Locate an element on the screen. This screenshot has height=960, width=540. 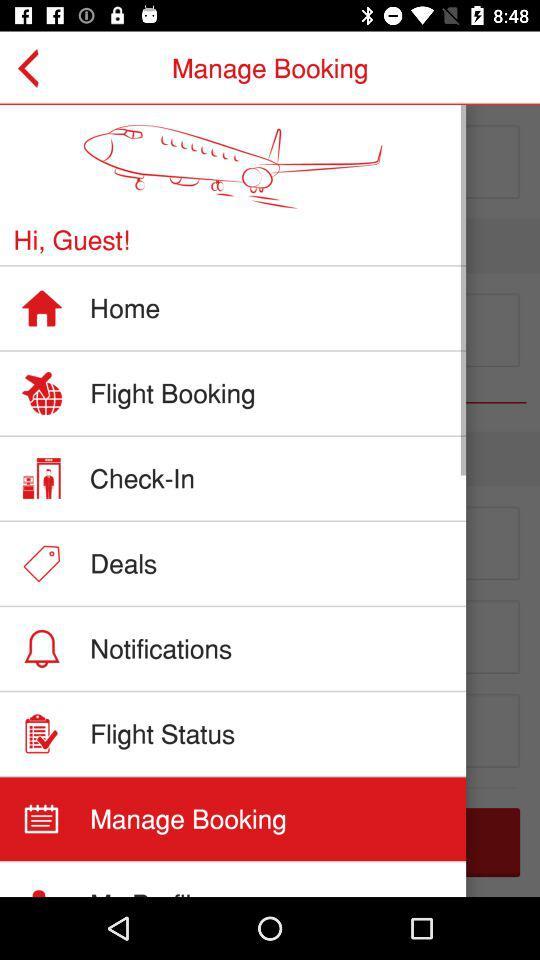
the text and symbol which is immediately below deals is located at coordinates (270, 651).